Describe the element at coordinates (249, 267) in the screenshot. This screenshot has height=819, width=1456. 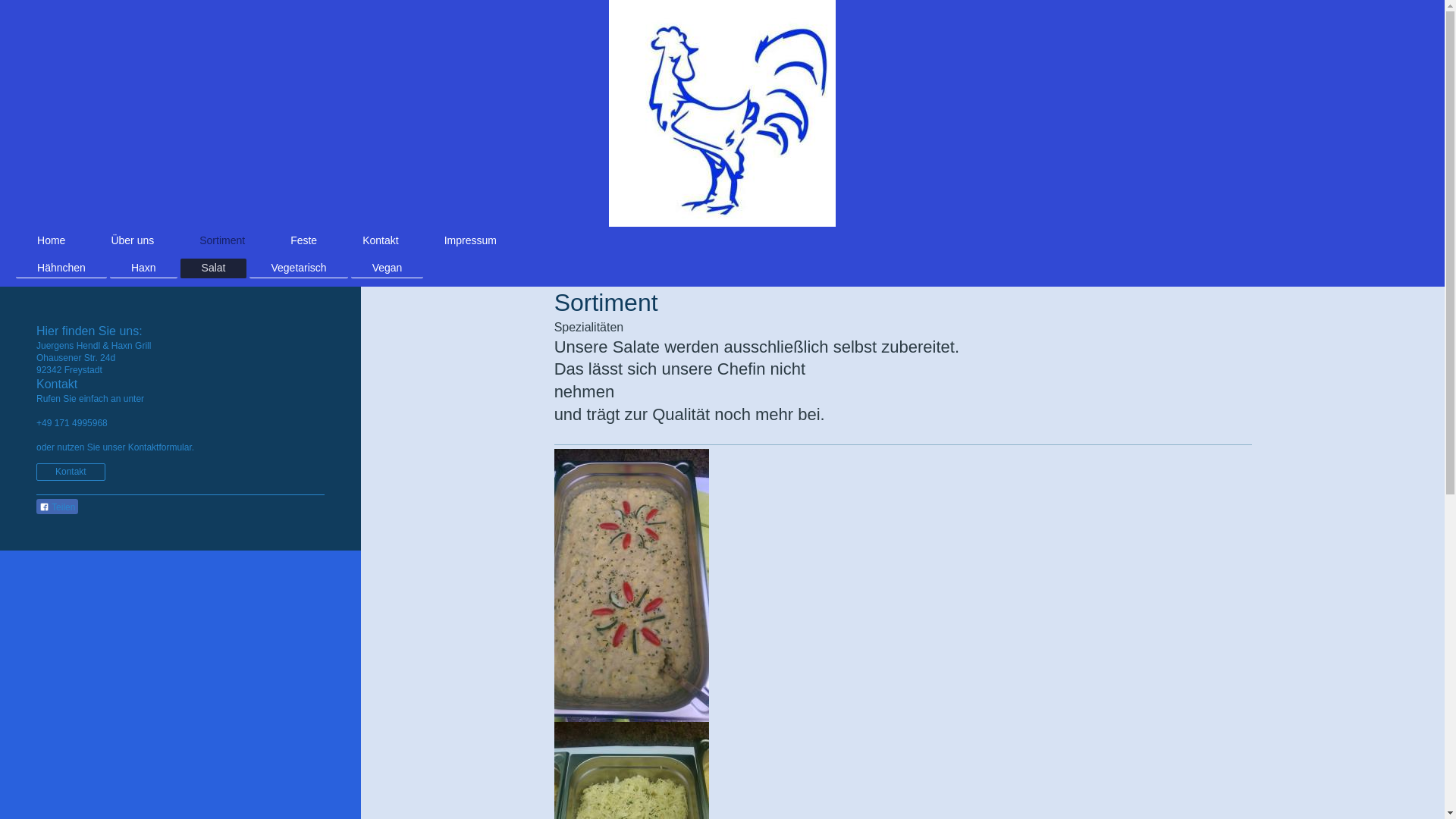
I see `'Vegetarisch'` at that location.